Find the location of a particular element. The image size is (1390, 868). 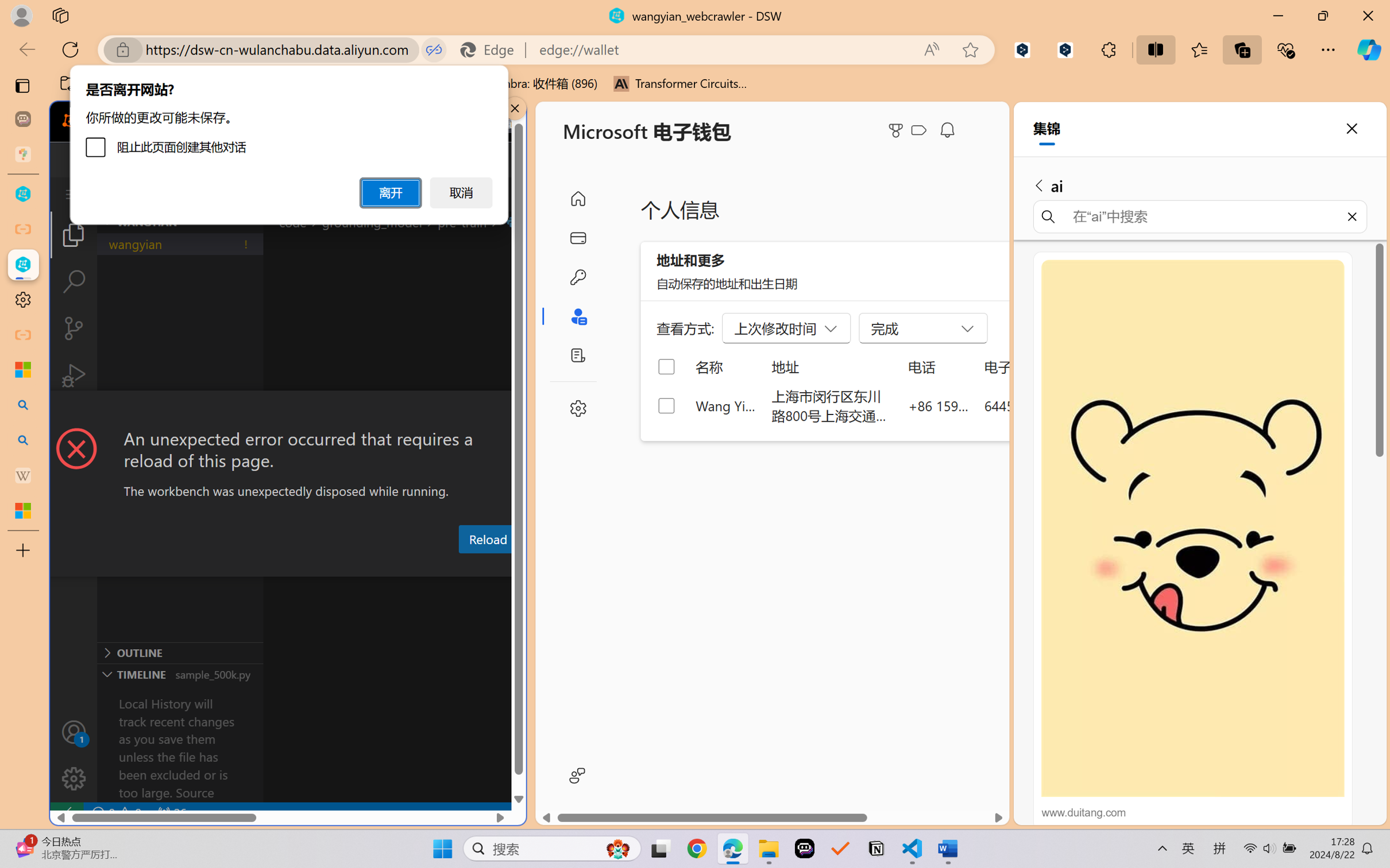

'Microsoft Rewards' is located at coordinates (898, 130).